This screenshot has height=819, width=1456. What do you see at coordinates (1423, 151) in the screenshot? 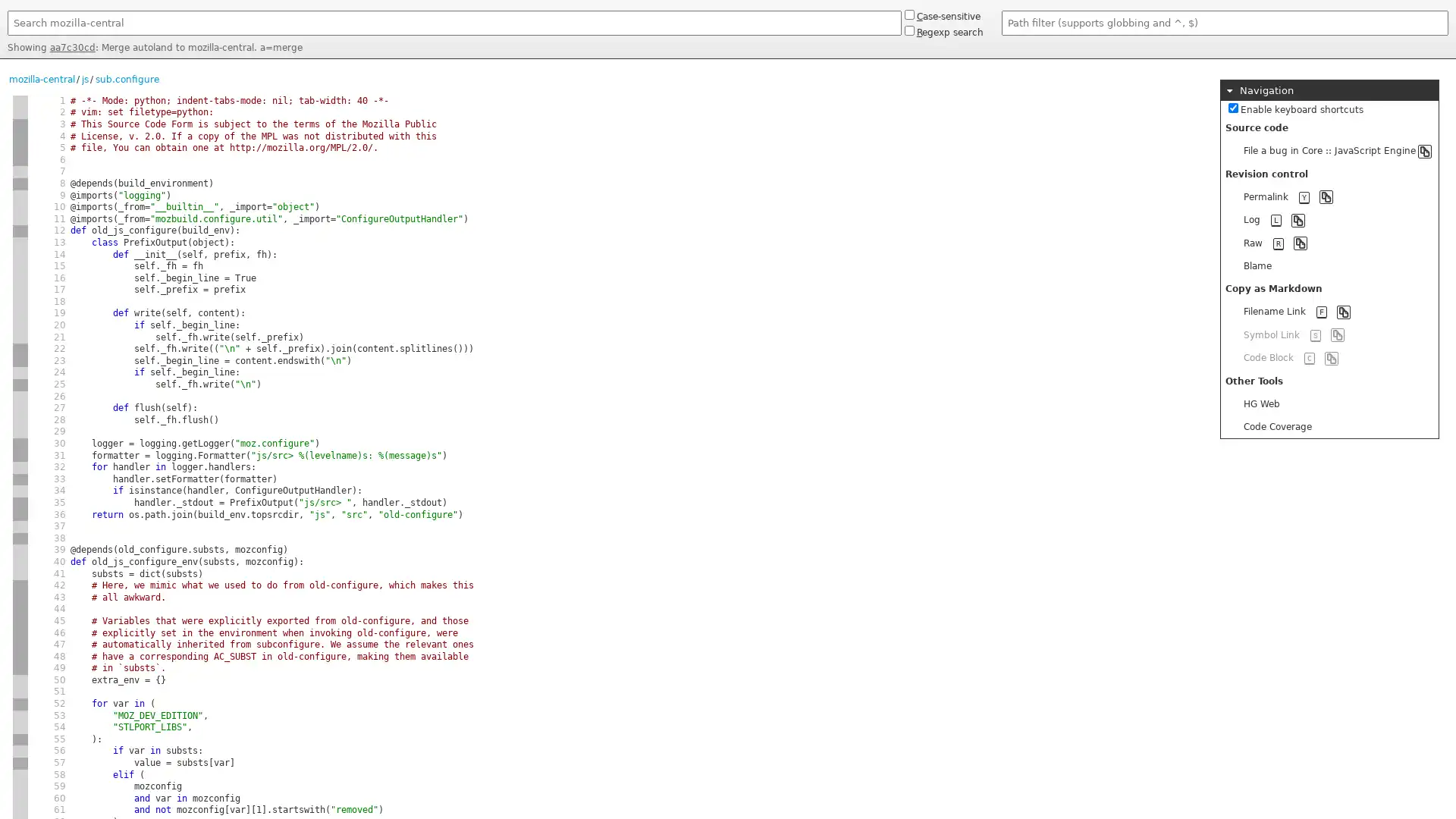
I see `Copy to clipboard` at bounding box center [1423, 151].